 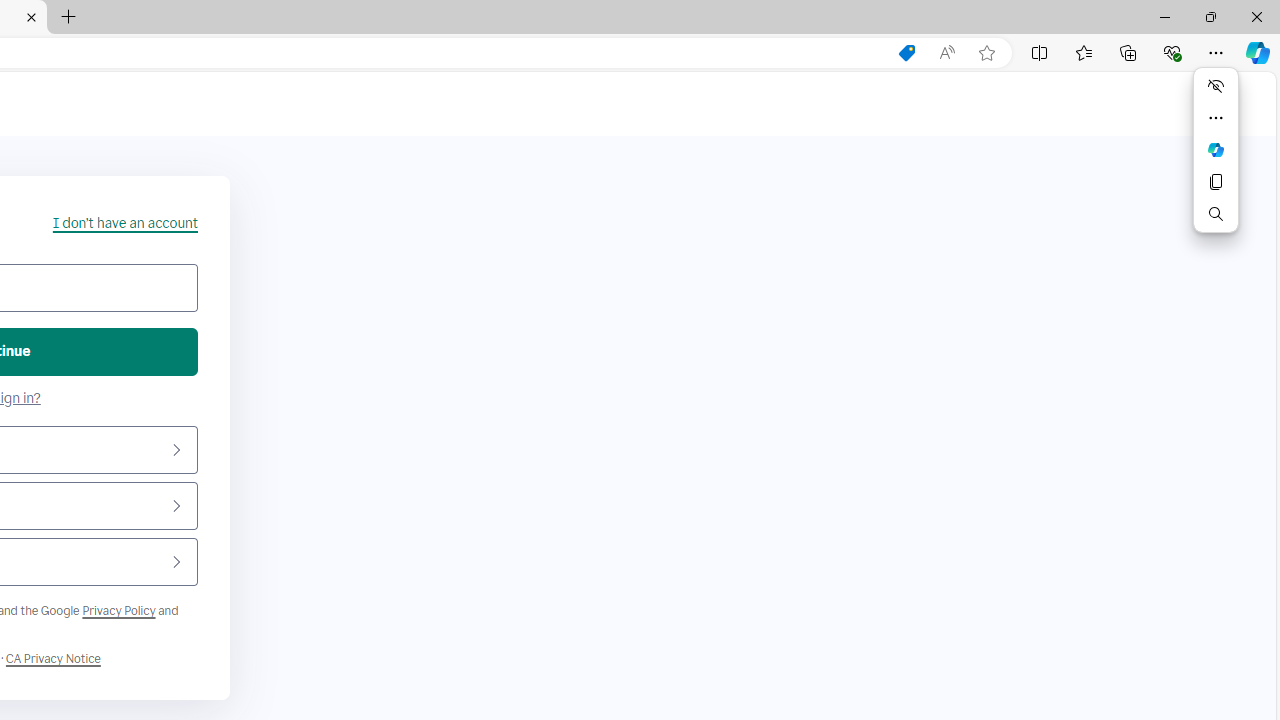 What do you see at coordinates (1215, 148) in the screenshot?
I see `'Mini menu on text selection'` at bounding box center [1215, 148].